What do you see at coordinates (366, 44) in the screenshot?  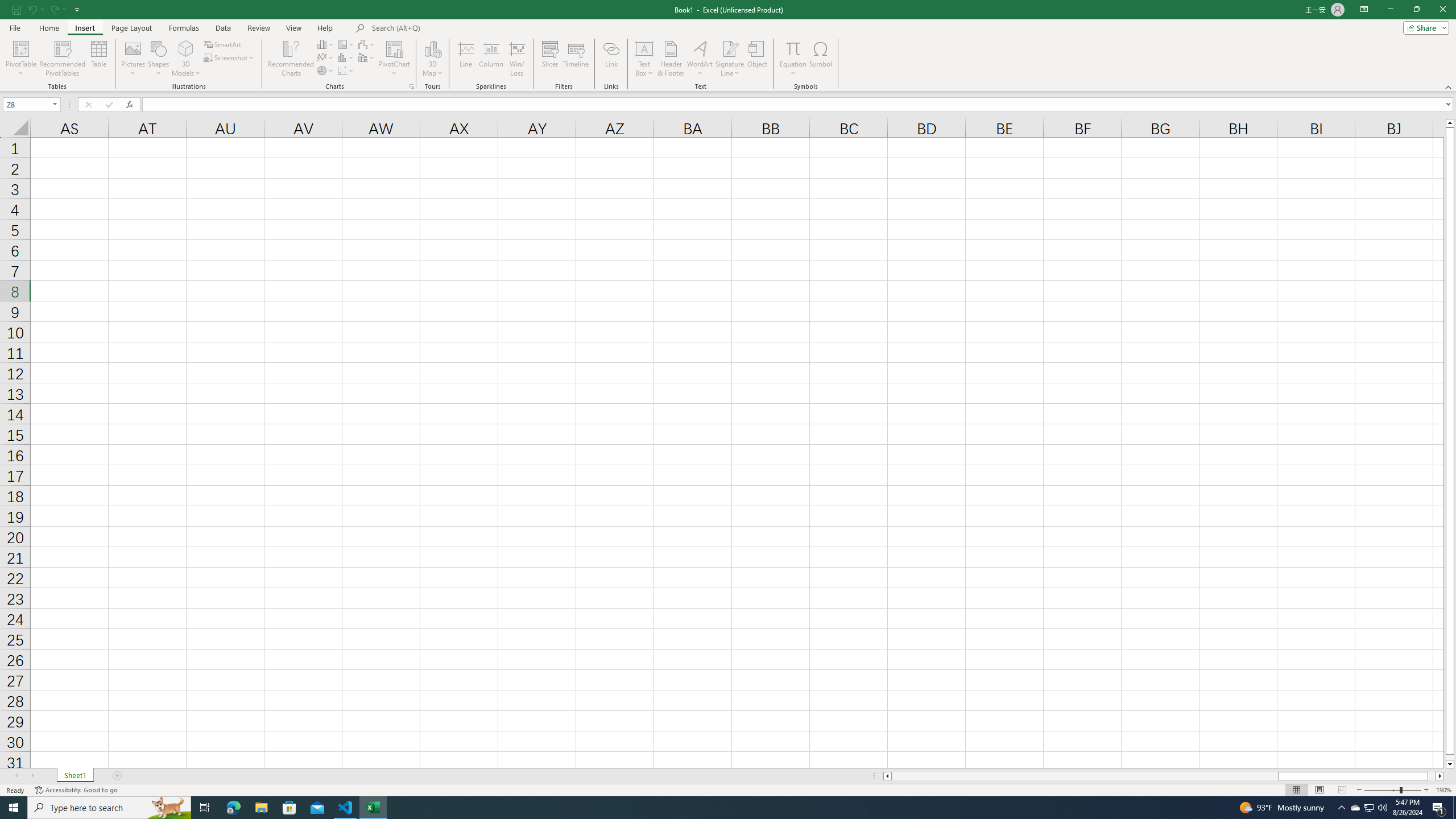 I see `'Insert Waterfall, Funnel, Stock, Surface, or Radar Chart'` at bounding box center [366, 44].